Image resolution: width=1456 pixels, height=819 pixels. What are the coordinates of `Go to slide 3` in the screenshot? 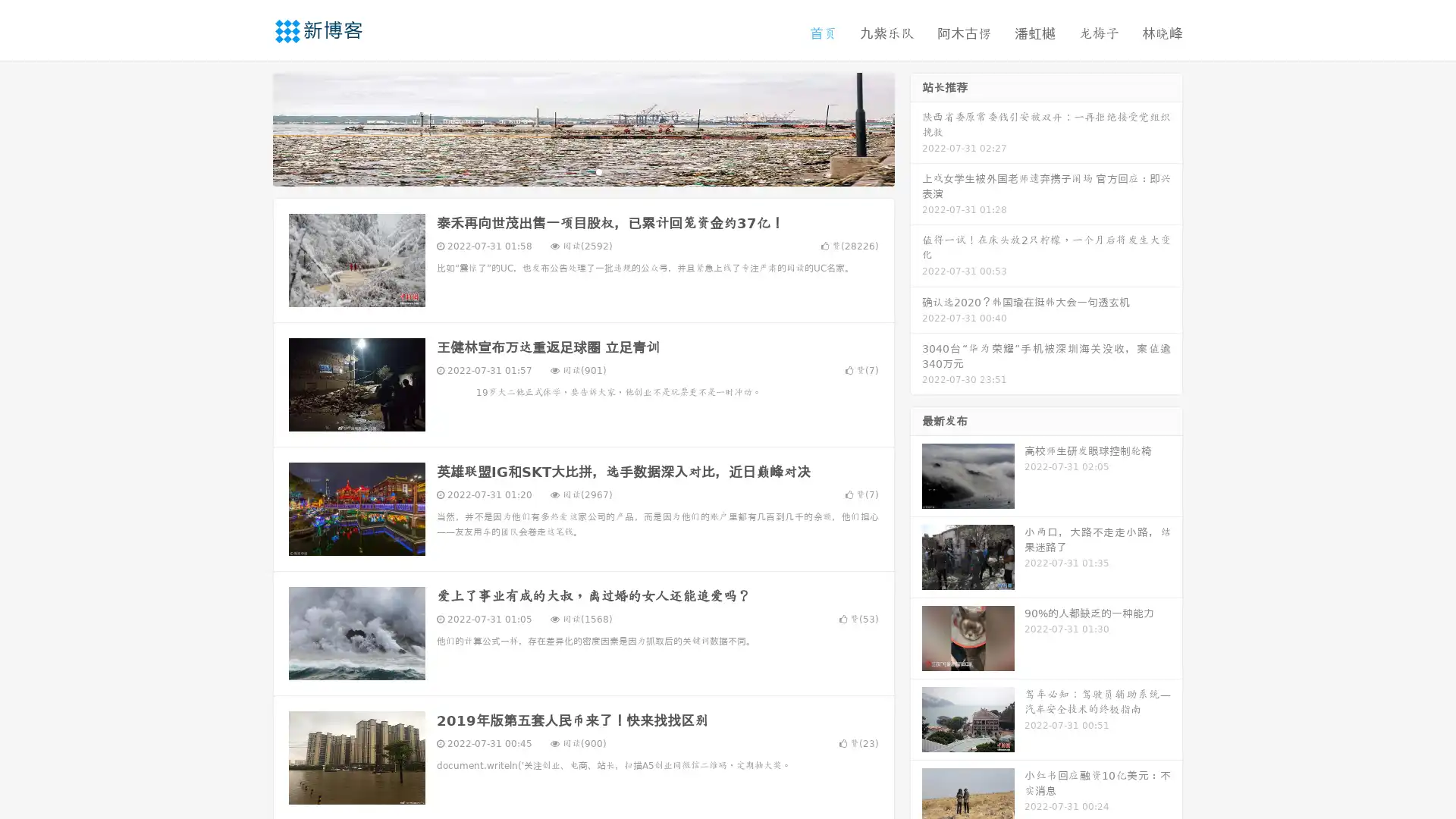 It's located at (598, 171).